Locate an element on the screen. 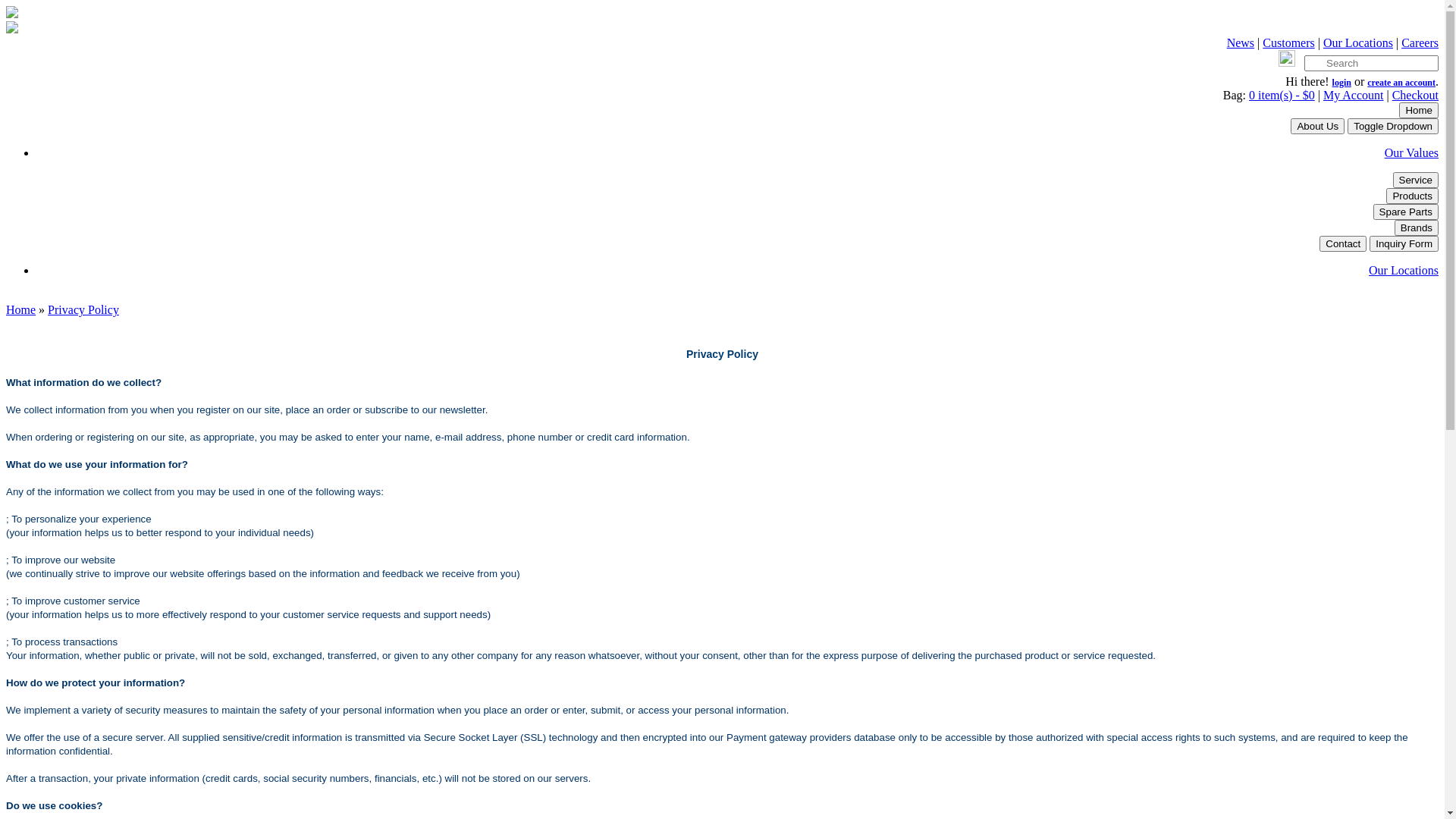 The image size is (1456, 819). 'Brands' is located at coordinates (1415, 227).